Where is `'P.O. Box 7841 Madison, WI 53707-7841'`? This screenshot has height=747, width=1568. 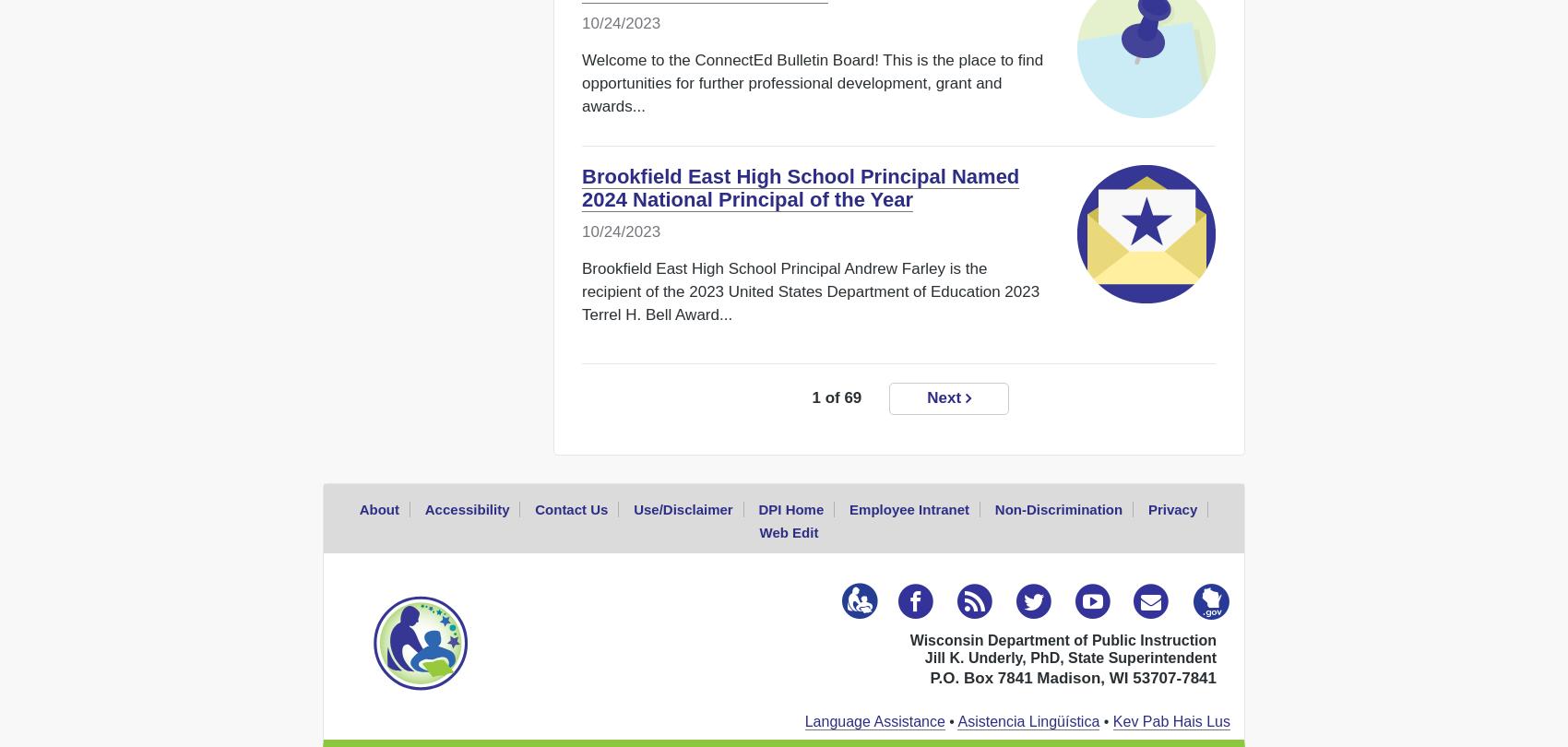
'P.O. Box 7841 Madison, WI 53707-7841' is located at coordinates (1073, 676).